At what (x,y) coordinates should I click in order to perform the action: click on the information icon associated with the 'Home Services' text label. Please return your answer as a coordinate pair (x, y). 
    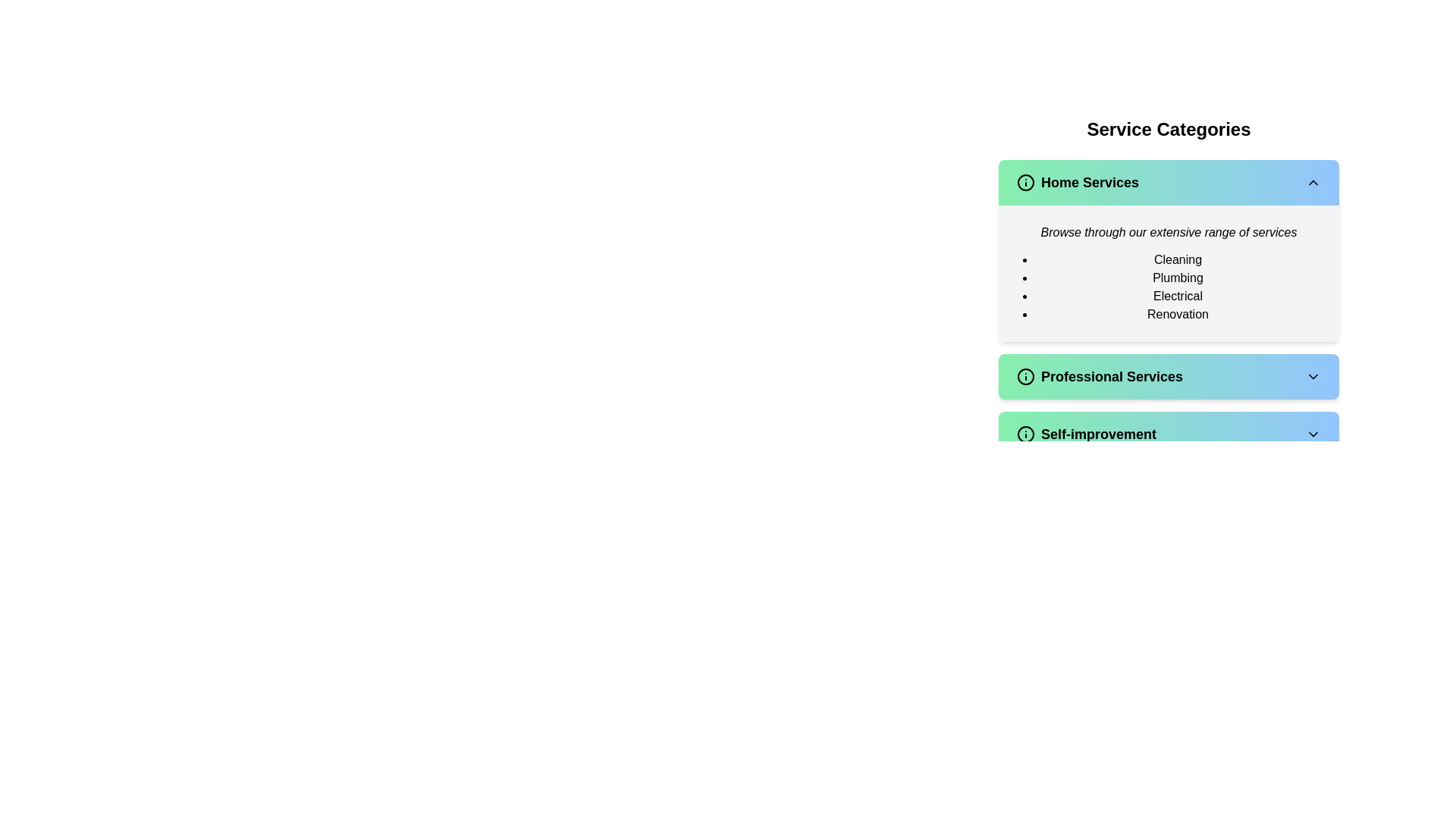
    Looking at the image, I should click on (1077, 181).